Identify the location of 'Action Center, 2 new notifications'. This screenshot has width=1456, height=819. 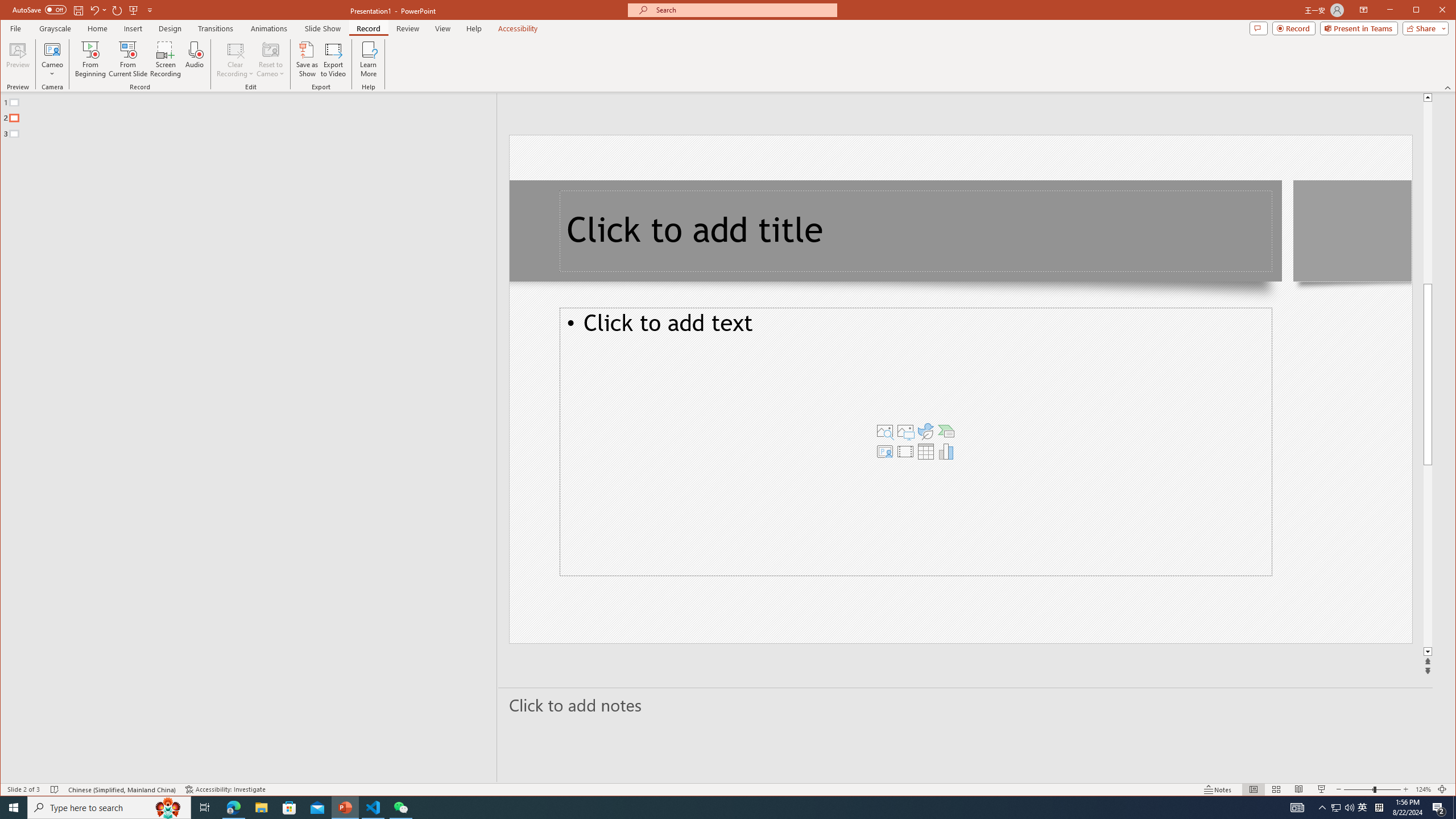
(1439, 806).